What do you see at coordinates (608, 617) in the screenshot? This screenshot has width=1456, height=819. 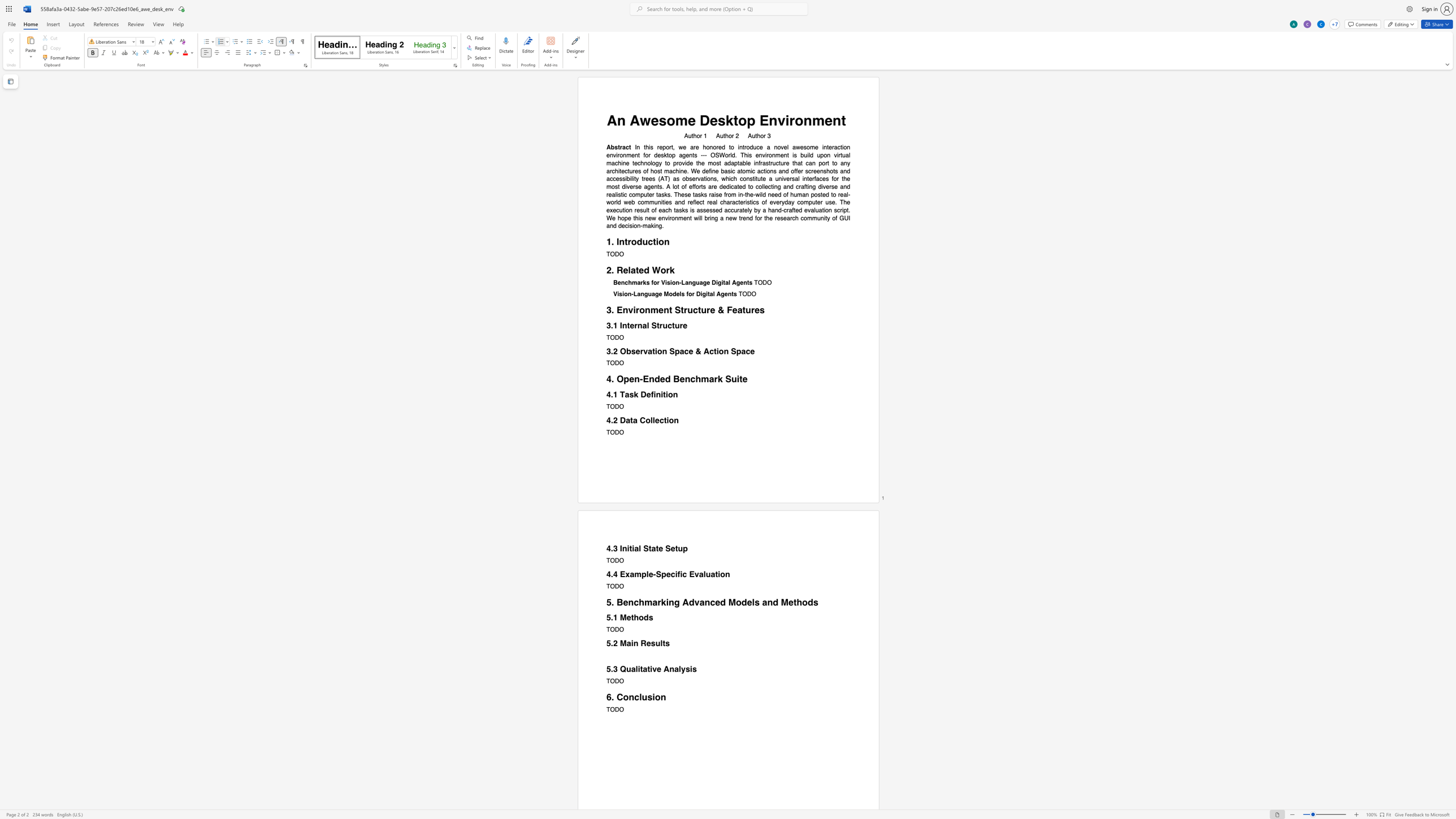 I see `the 1th character "5" in the text` at bounding box center [608, 617].